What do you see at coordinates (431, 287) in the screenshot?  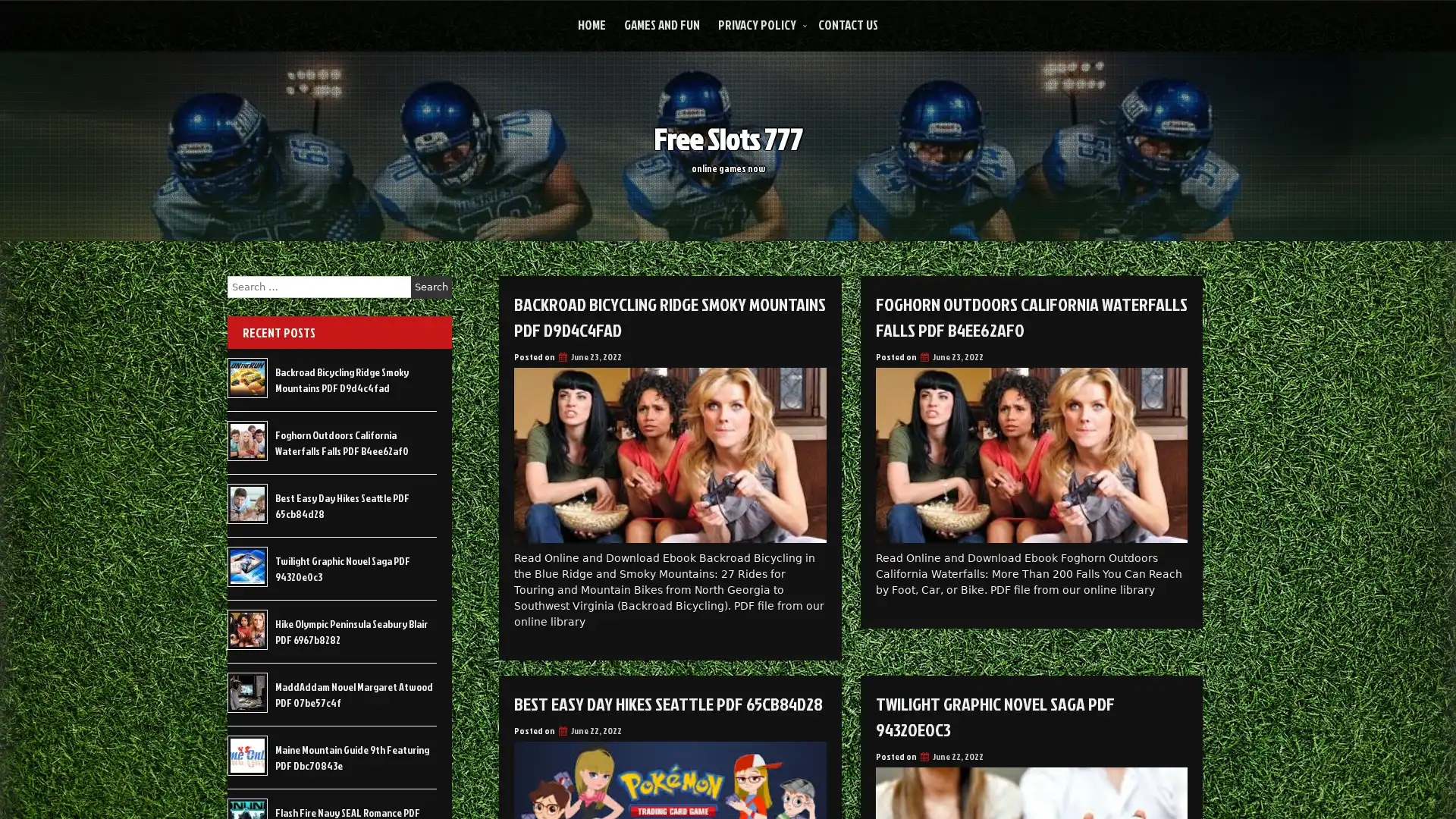 I see `Search` at bounding box center [431, 287].